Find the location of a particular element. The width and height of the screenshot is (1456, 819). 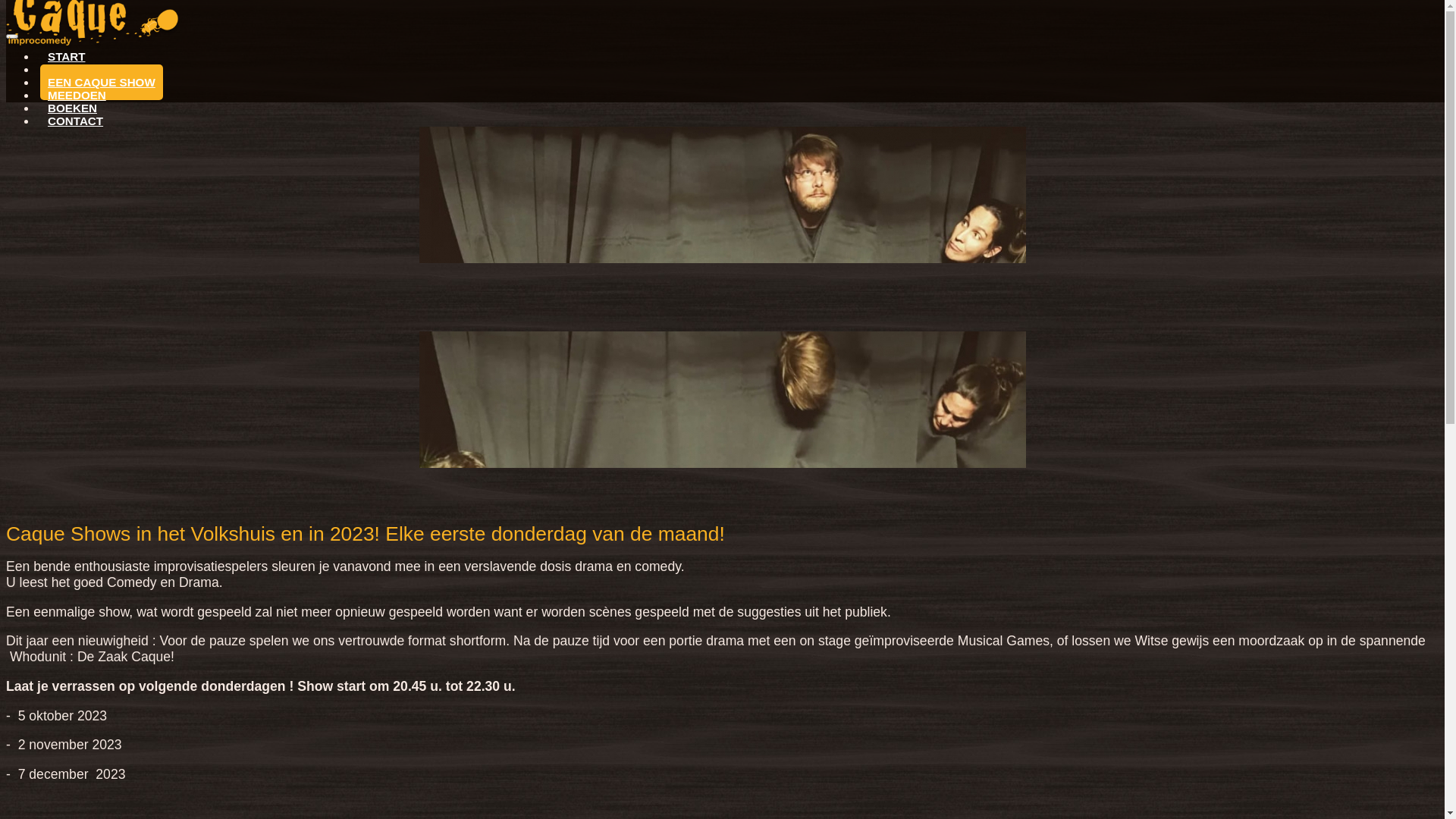

'BOEKEN' is located at coordinates (71, 107).